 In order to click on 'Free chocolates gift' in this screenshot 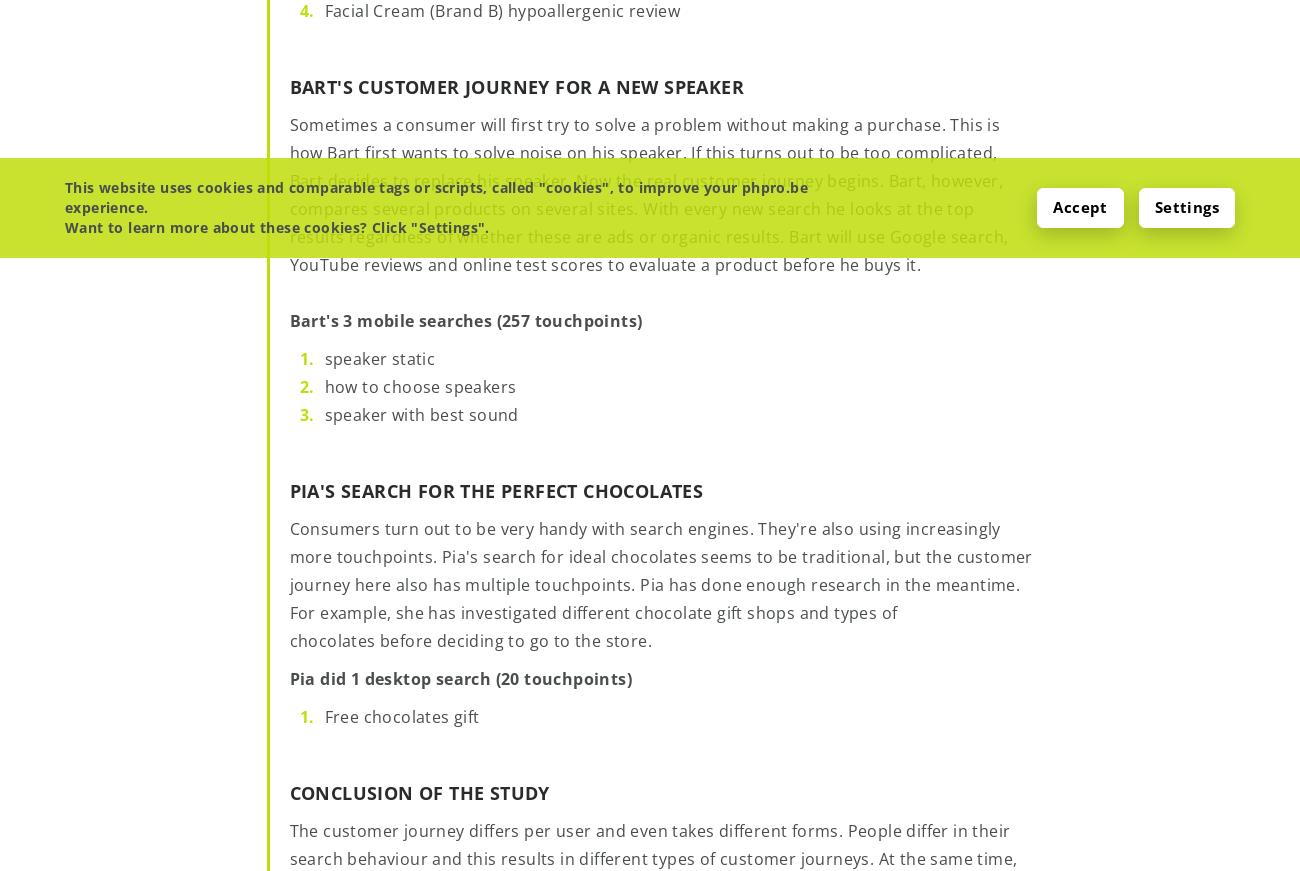, I will do `click(401, 714)`.